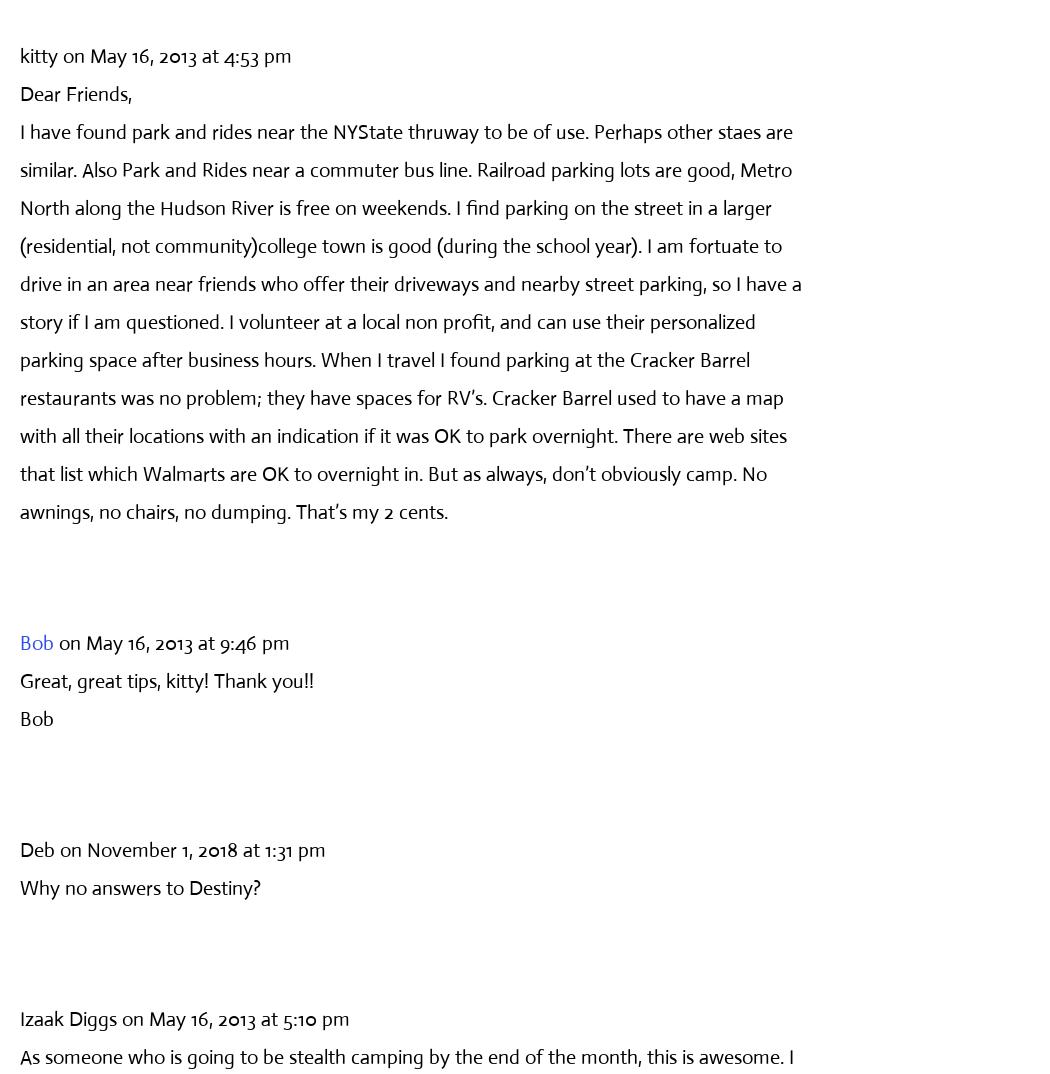 The height and width of the screenshot is (1074, 1050). I want to click on 'Why no answers to Destiny?', so click(139, 886).